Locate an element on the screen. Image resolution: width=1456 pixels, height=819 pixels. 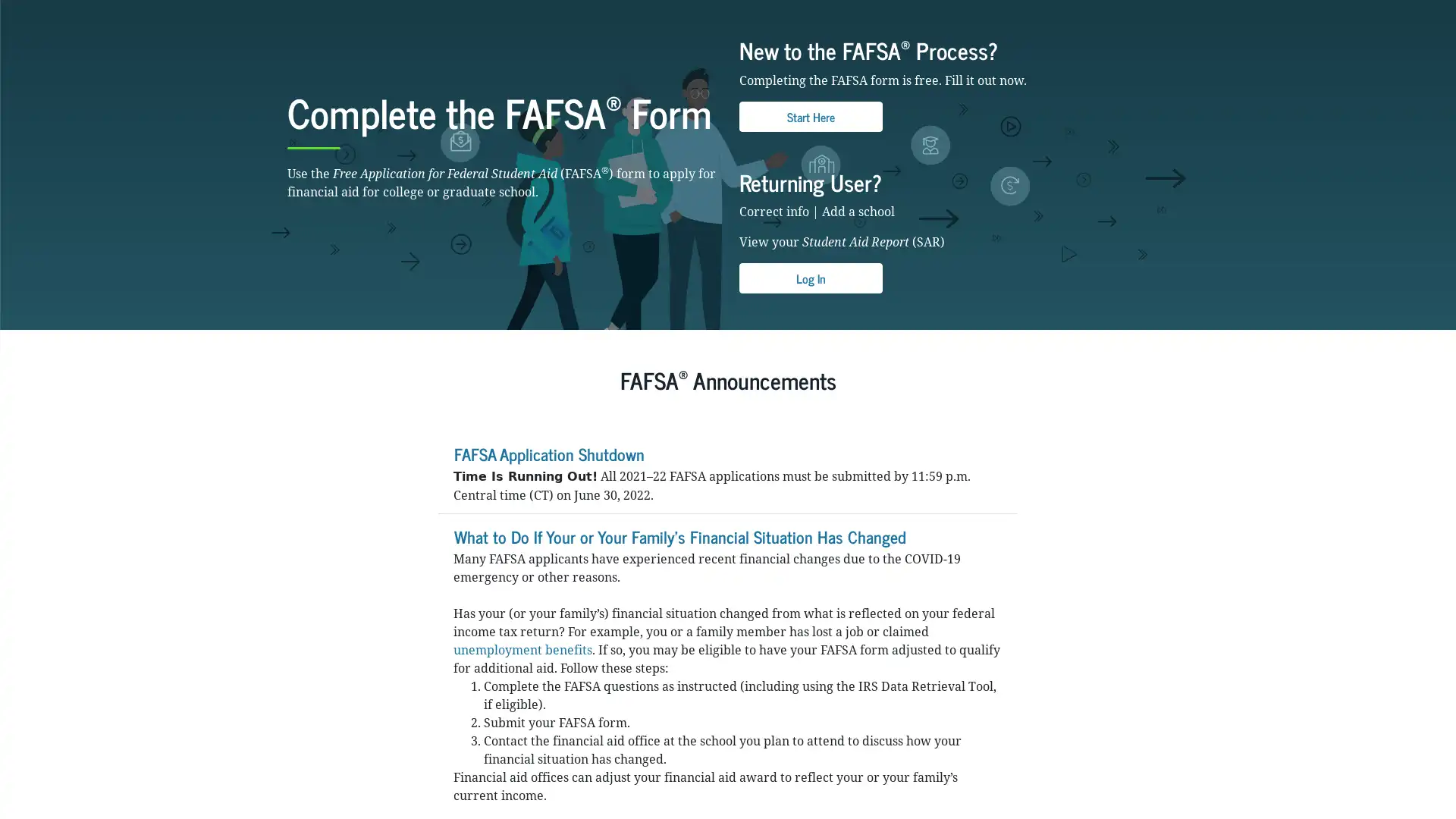
Start Here is located at coordinates (810, 214).